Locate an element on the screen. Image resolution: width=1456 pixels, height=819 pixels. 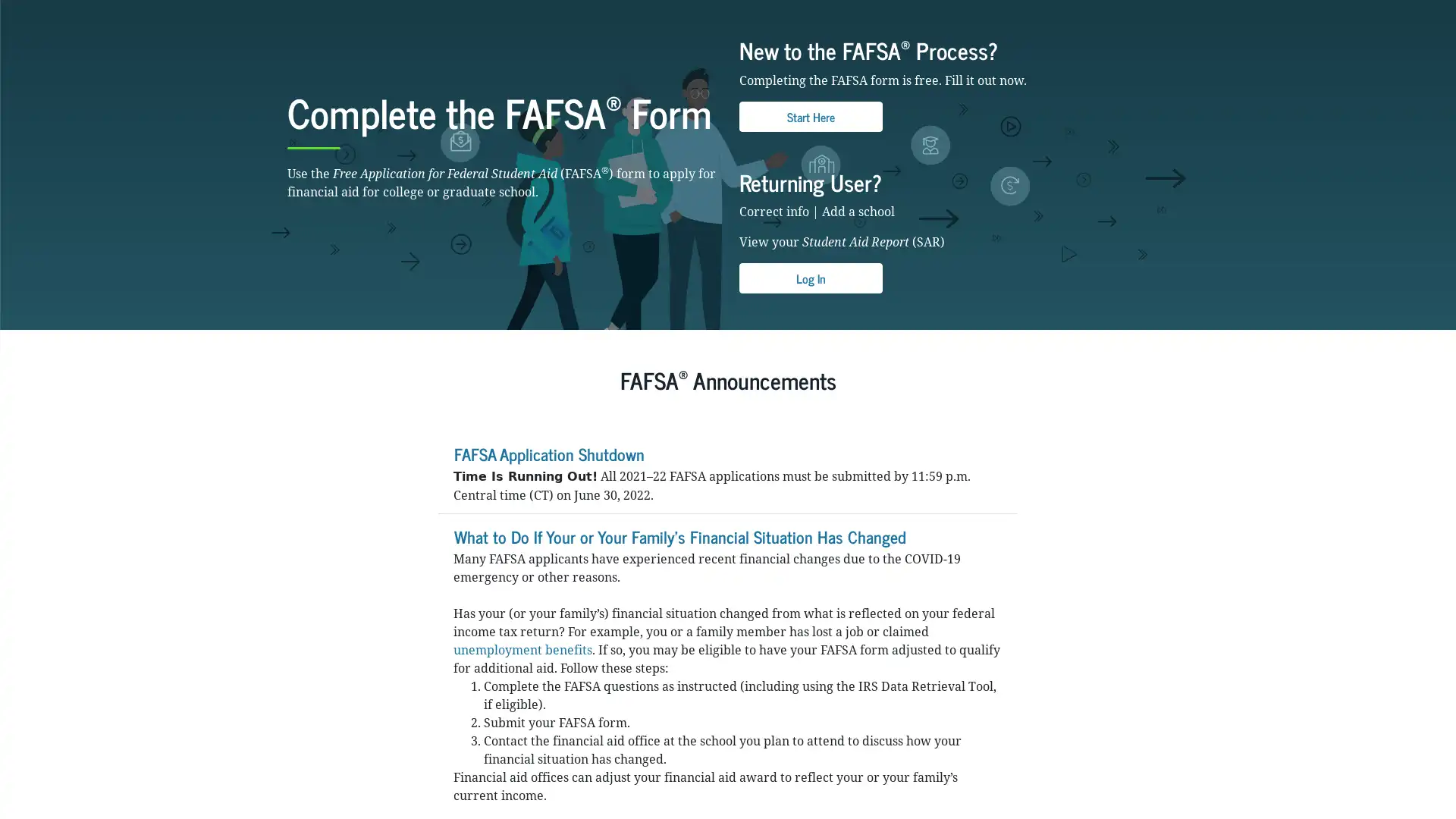
Start Here is located at coordinates (810, 214).